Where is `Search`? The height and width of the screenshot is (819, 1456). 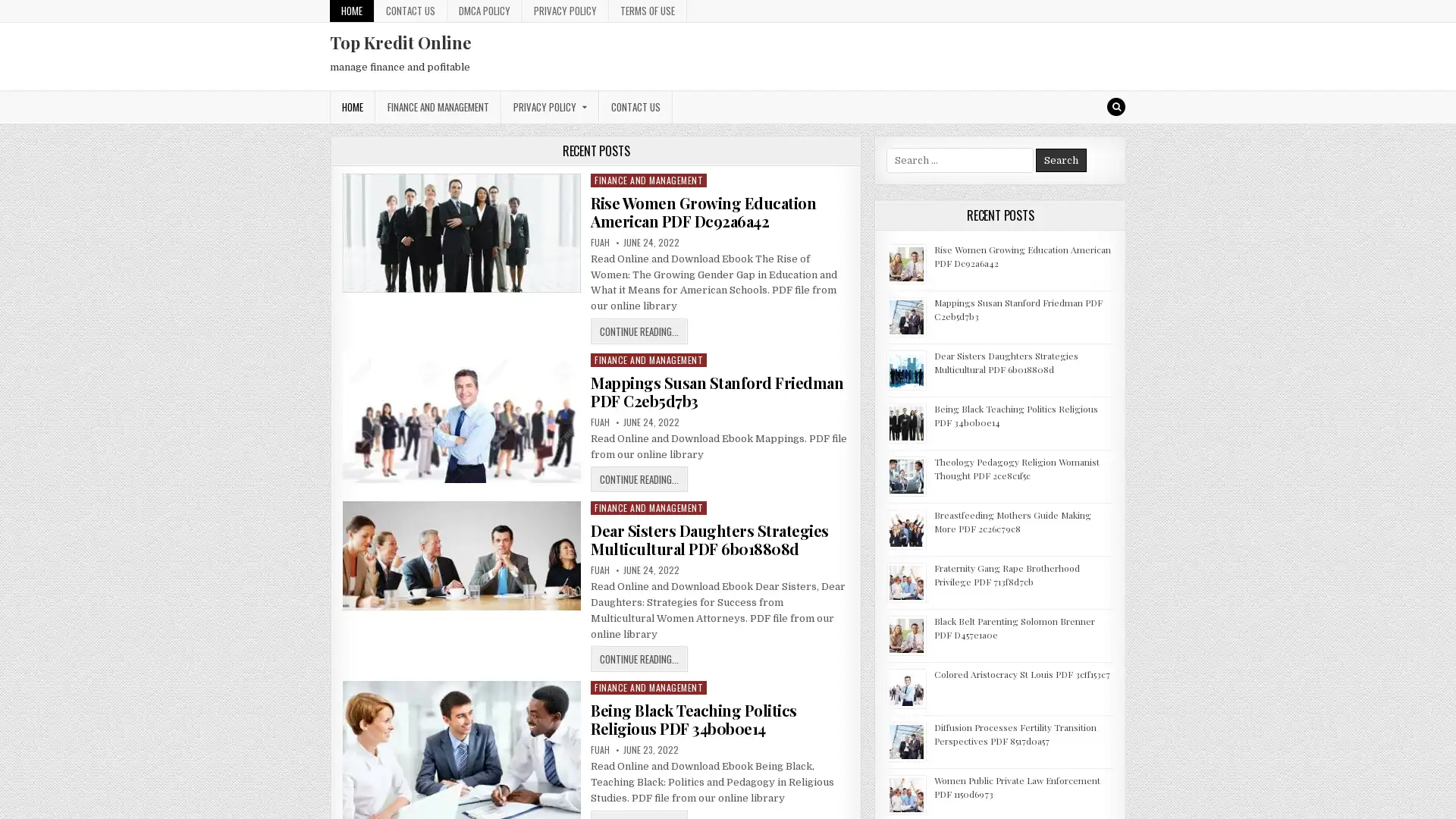
Search is located at coordinates (1060, 160).